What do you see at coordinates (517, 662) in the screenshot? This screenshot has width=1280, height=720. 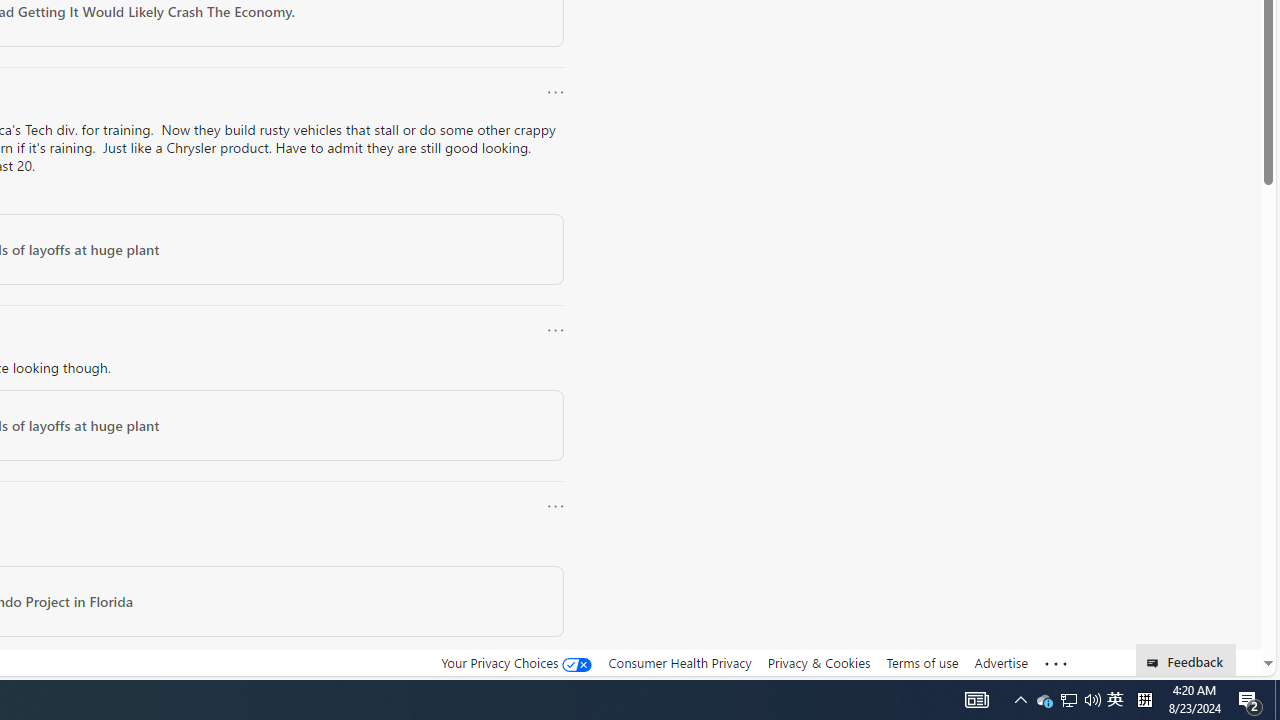 I see `'Your Privacy Choices'` at bounding box center [517, 662].